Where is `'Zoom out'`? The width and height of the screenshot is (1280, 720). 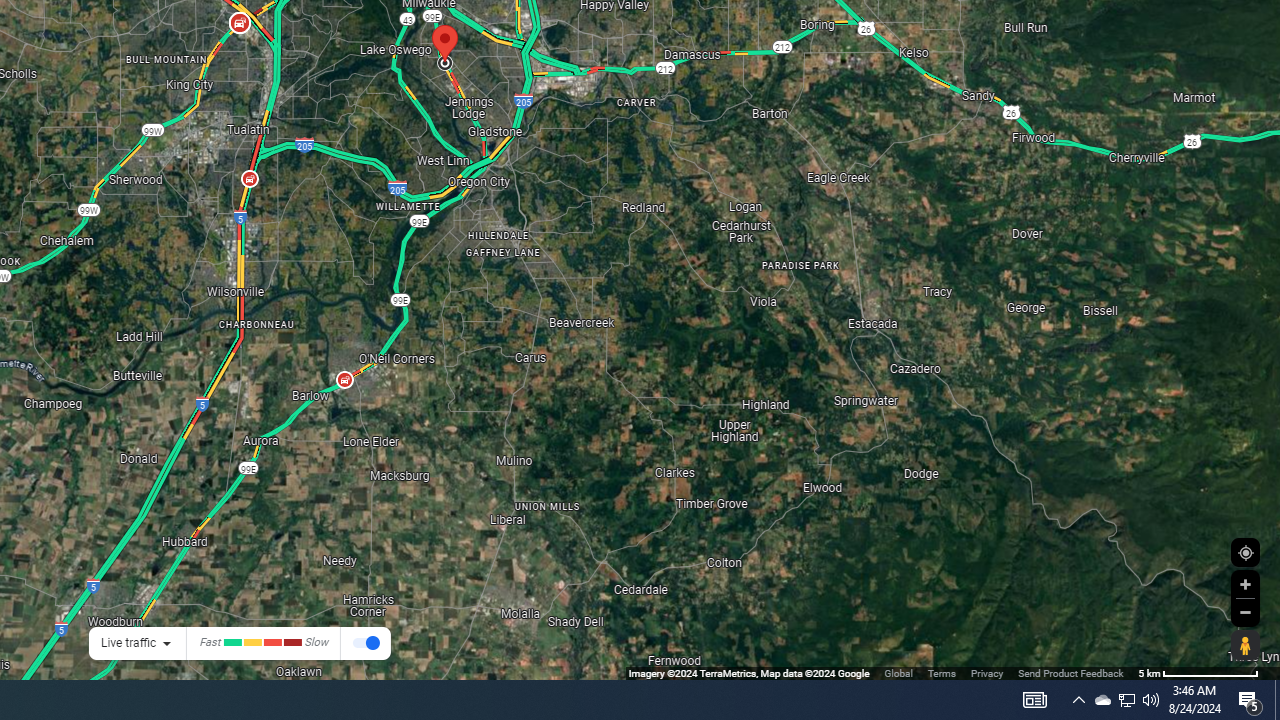 'Zoom out' is located at coordinates (1244, 611).